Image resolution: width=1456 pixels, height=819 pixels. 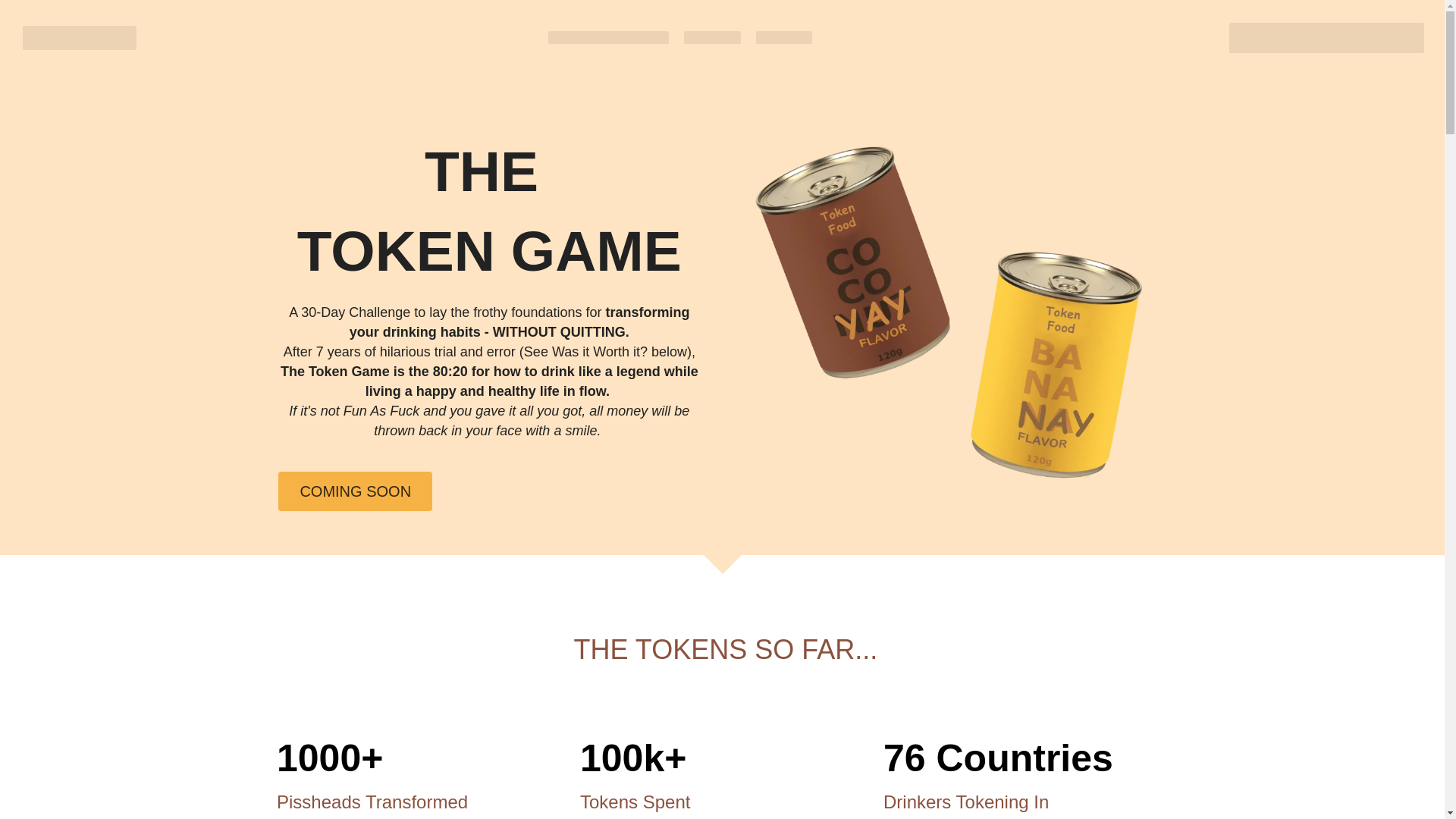 I want to click on 'PLAYERS', so click(x=783, y=36).